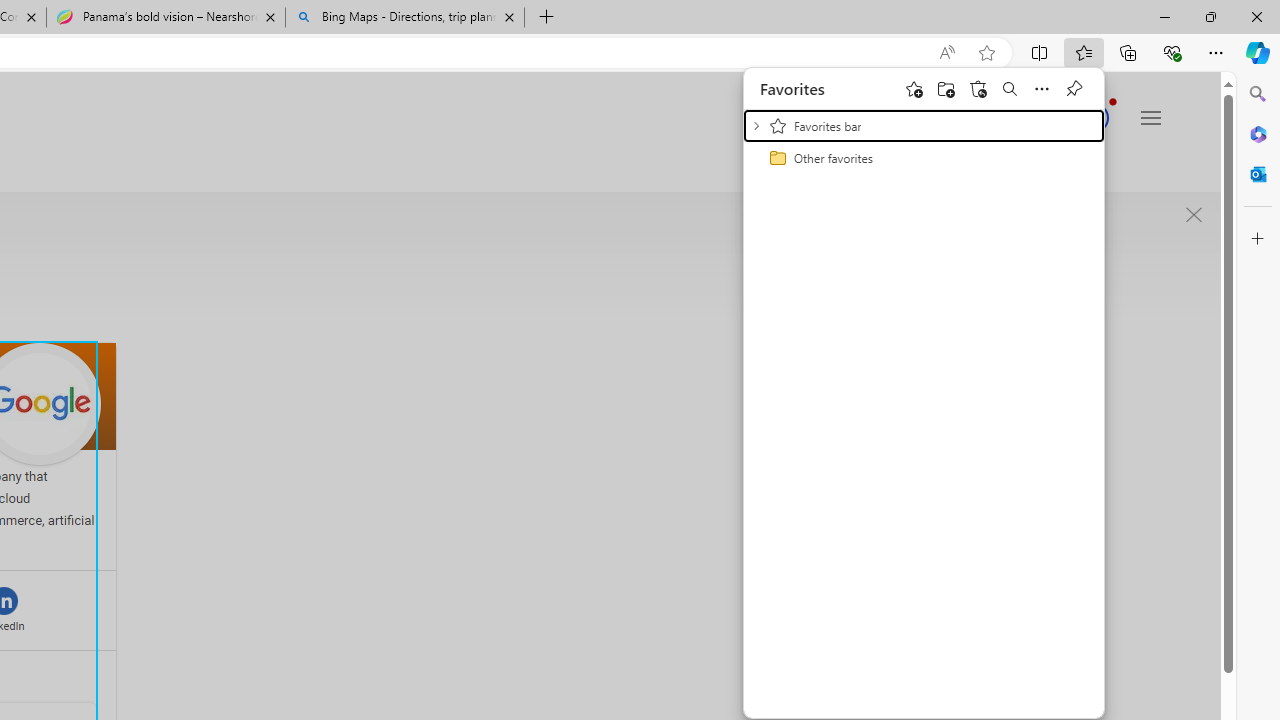 This screenshot has width=1280, height=720. I want to click on 'Pin favorites', so click(1072, 87).